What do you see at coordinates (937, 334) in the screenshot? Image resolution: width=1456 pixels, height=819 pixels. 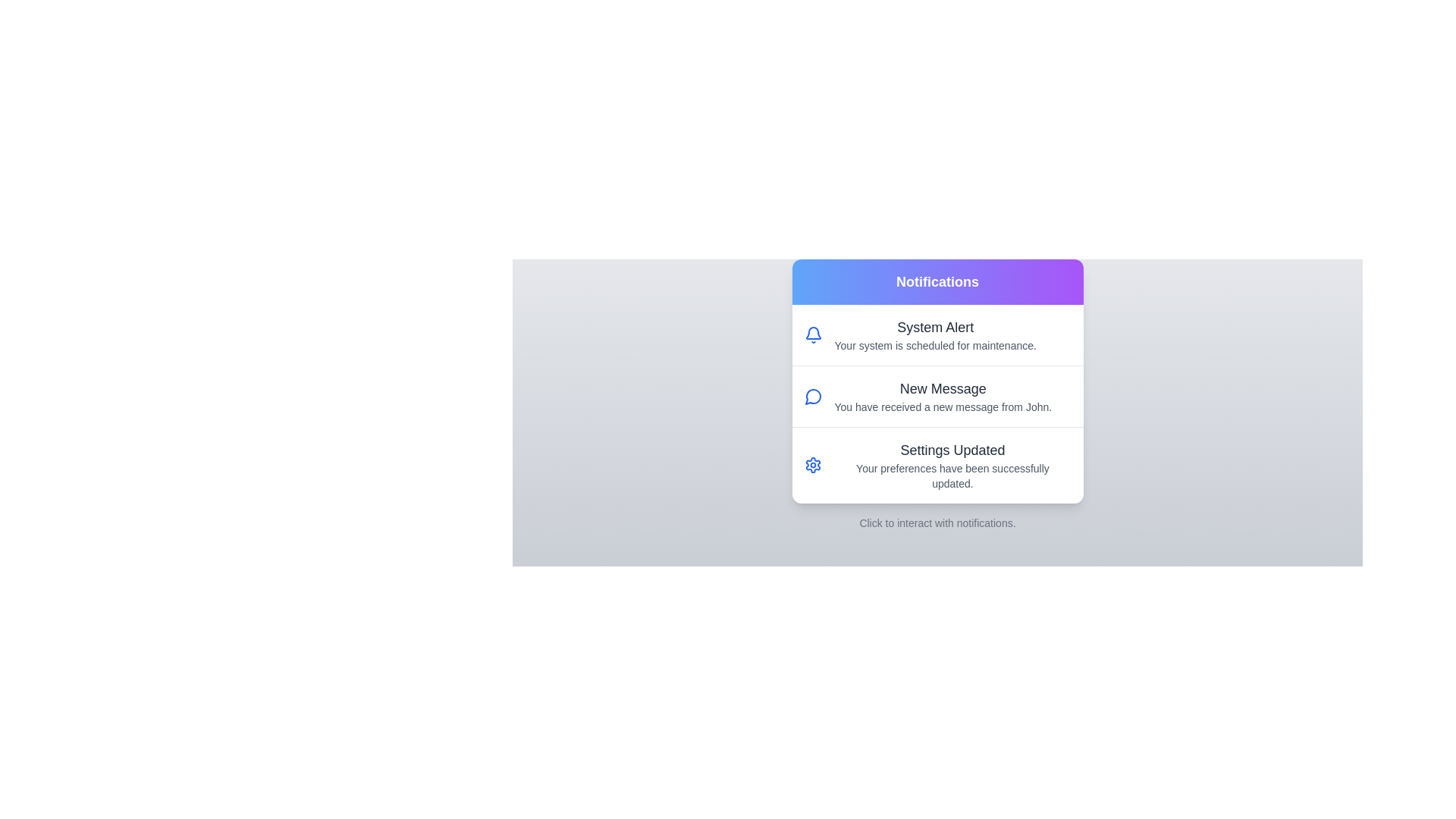 I see `the notification item System Alert to highlight it` at bounding box center [937, 334].